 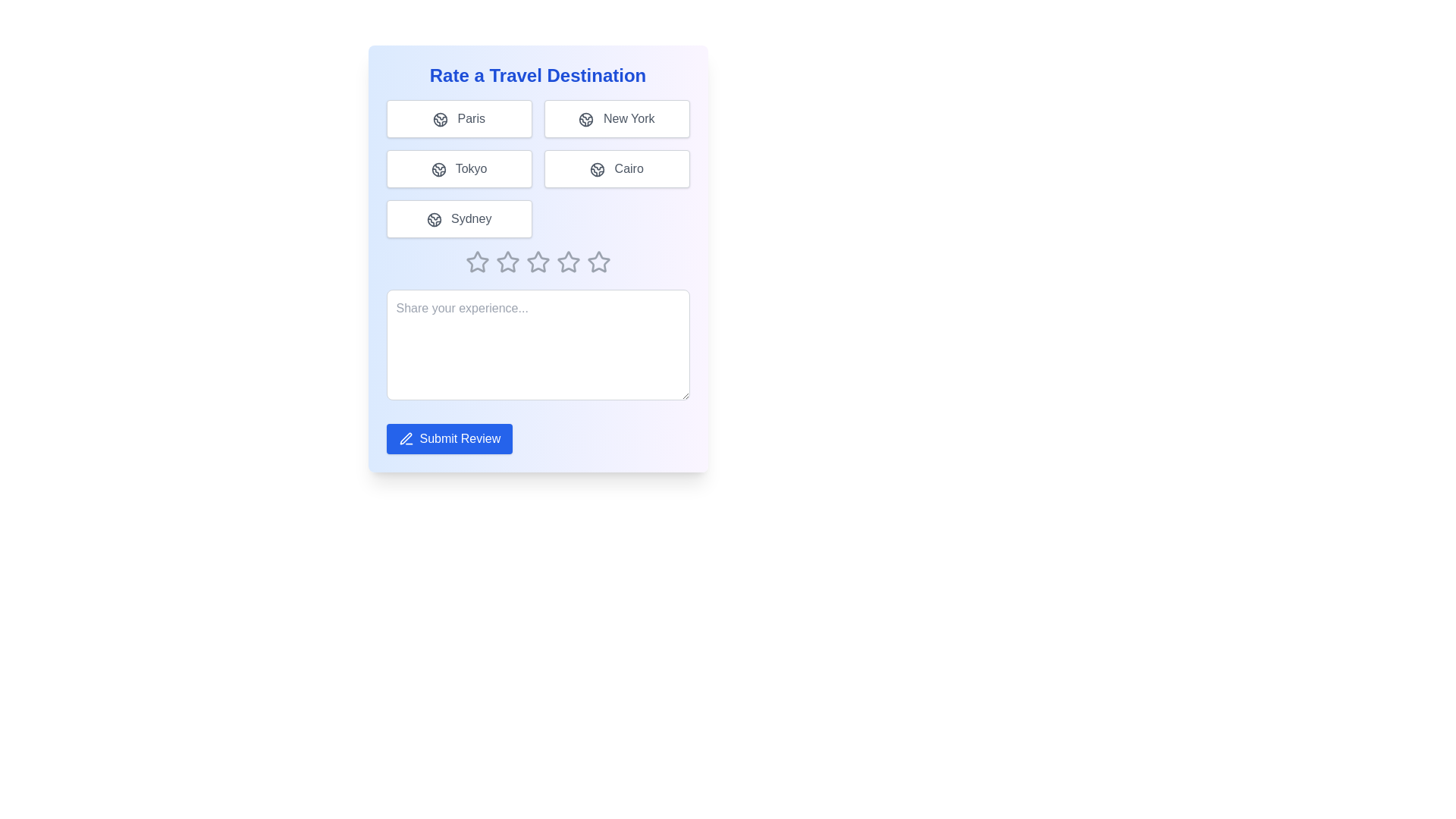 What do you see at coordinates (585, 118) in the screenshot?
I see `the circular component within the 'New York' option button in the 'Rate a Travel Destination' section` at bounding box center [585, 118].